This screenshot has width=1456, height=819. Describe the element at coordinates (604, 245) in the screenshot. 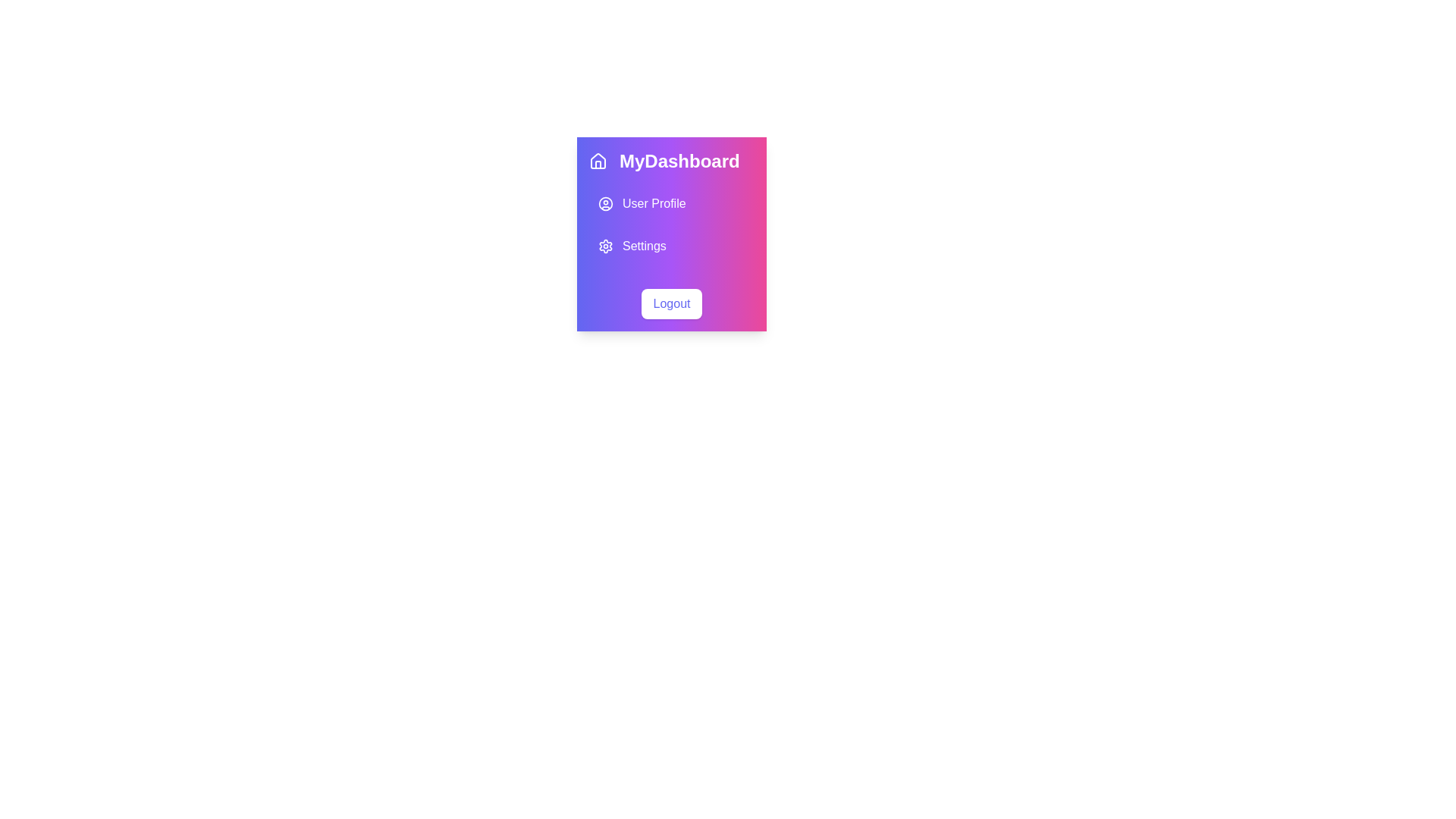

I see `the gear-shaped icon with a white outline and hollow center, located in the 'Settings' menu of the sidebar, next to the text 'Settings'` at that location.